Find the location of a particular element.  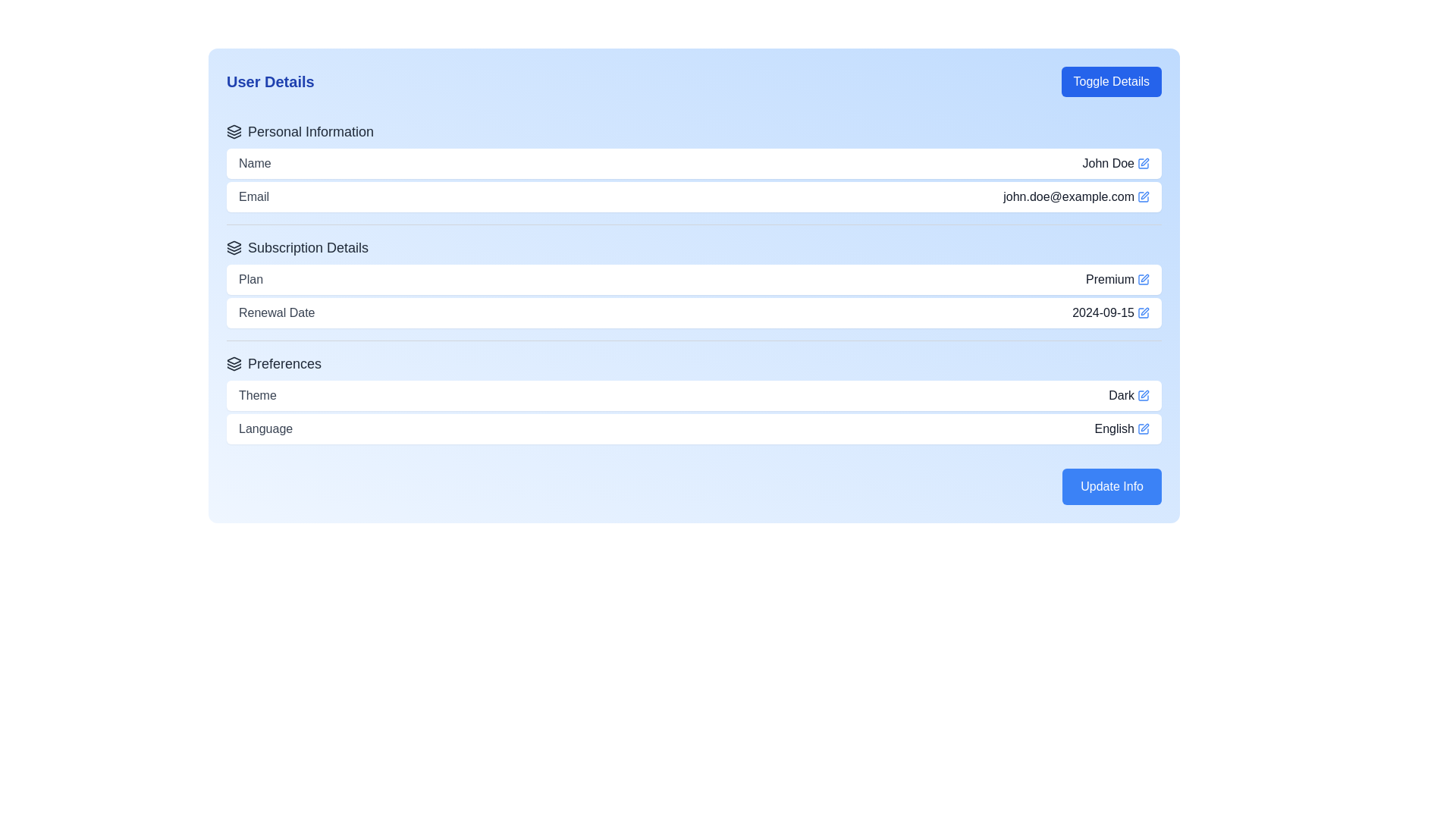

text 'Renewal Date' from the Text Label element, which is styled with a gray color and medium font weight, located in the 'Subscription Details' section of the 'User Details' panel is located at coordinates (277, 312).